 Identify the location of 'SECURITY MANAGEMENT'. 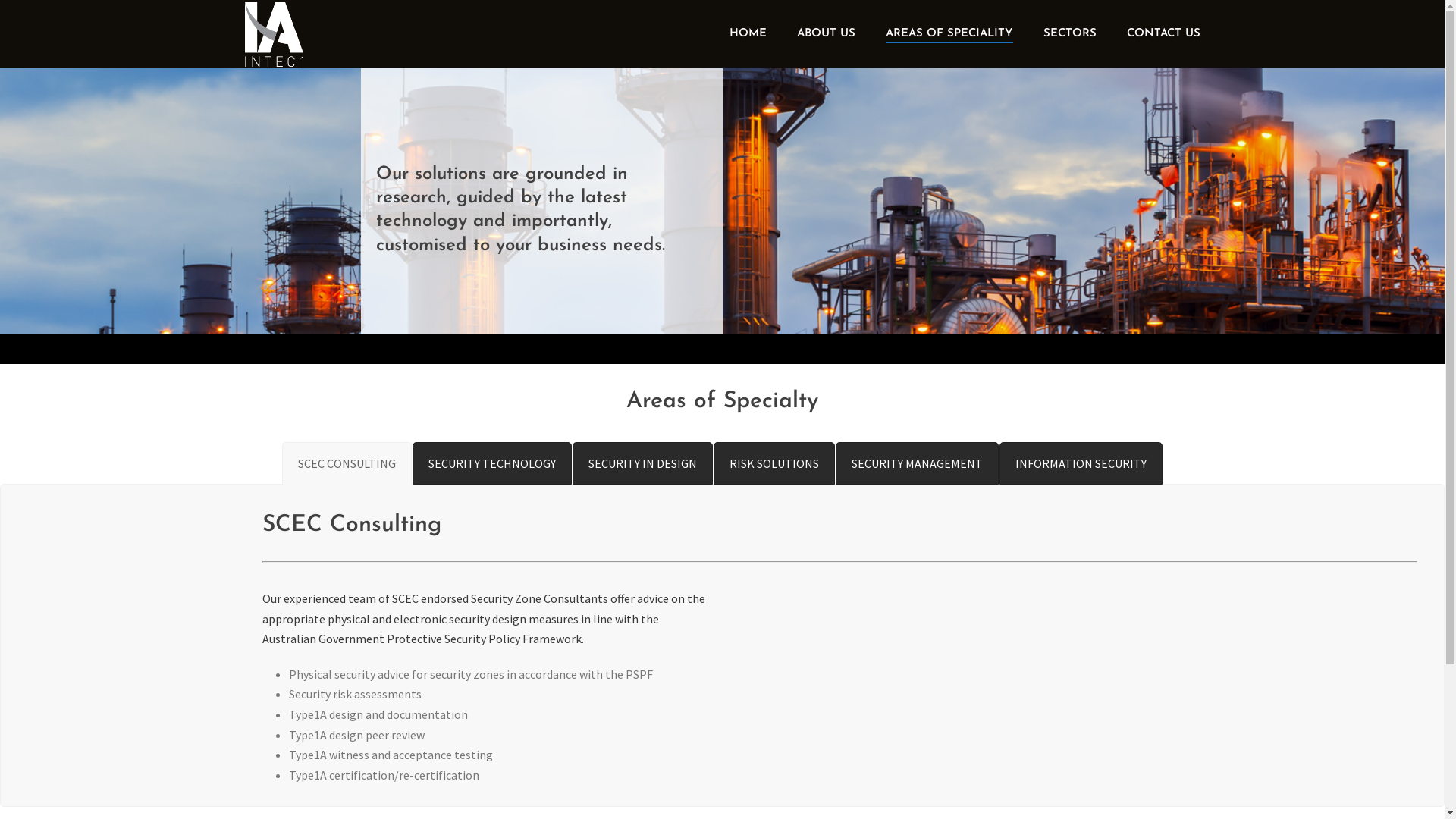
(916, 463).